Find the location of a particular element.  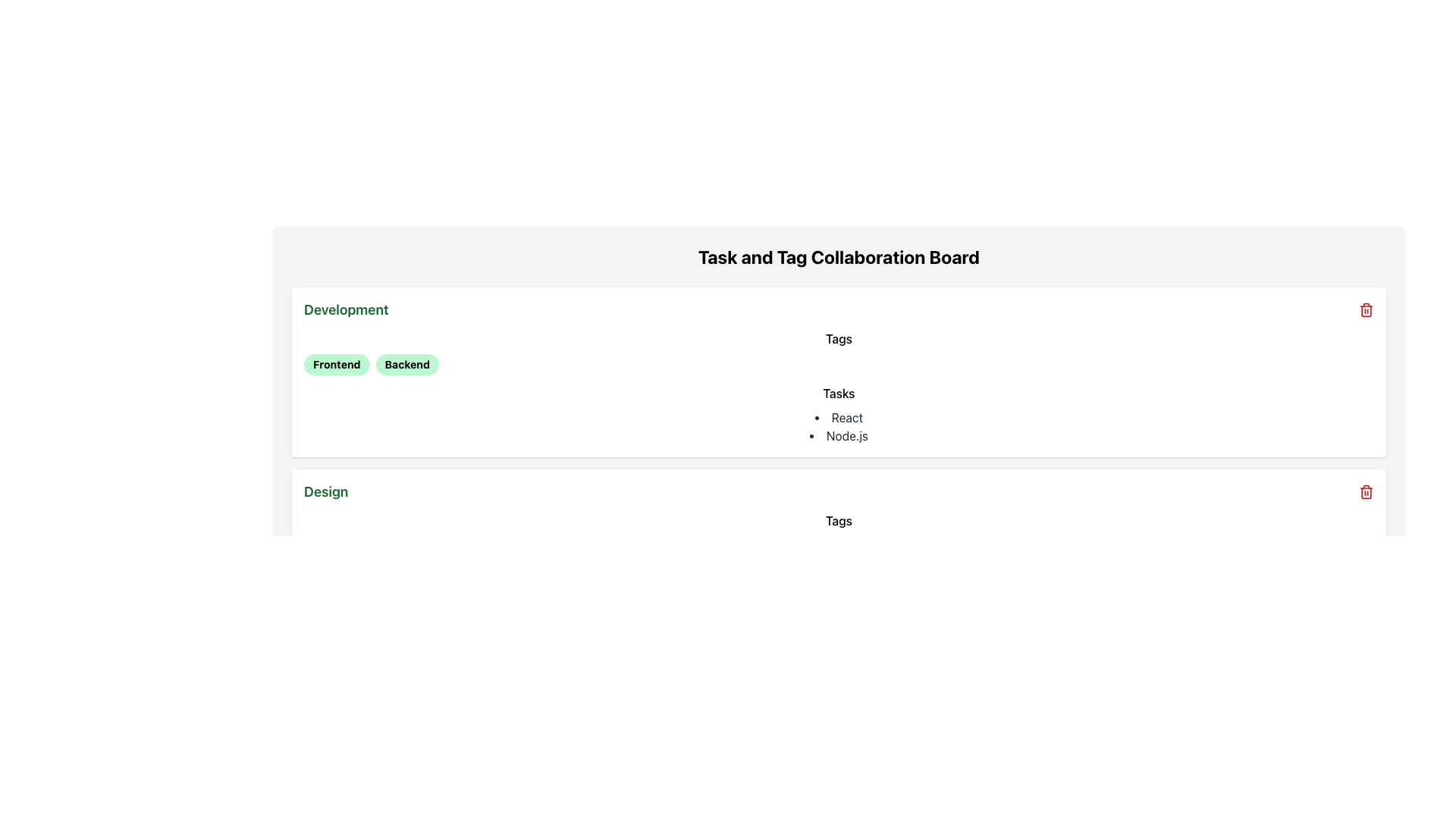

the delete button associated with the row labeled 'Development' is located at coordinates (1366, 309).